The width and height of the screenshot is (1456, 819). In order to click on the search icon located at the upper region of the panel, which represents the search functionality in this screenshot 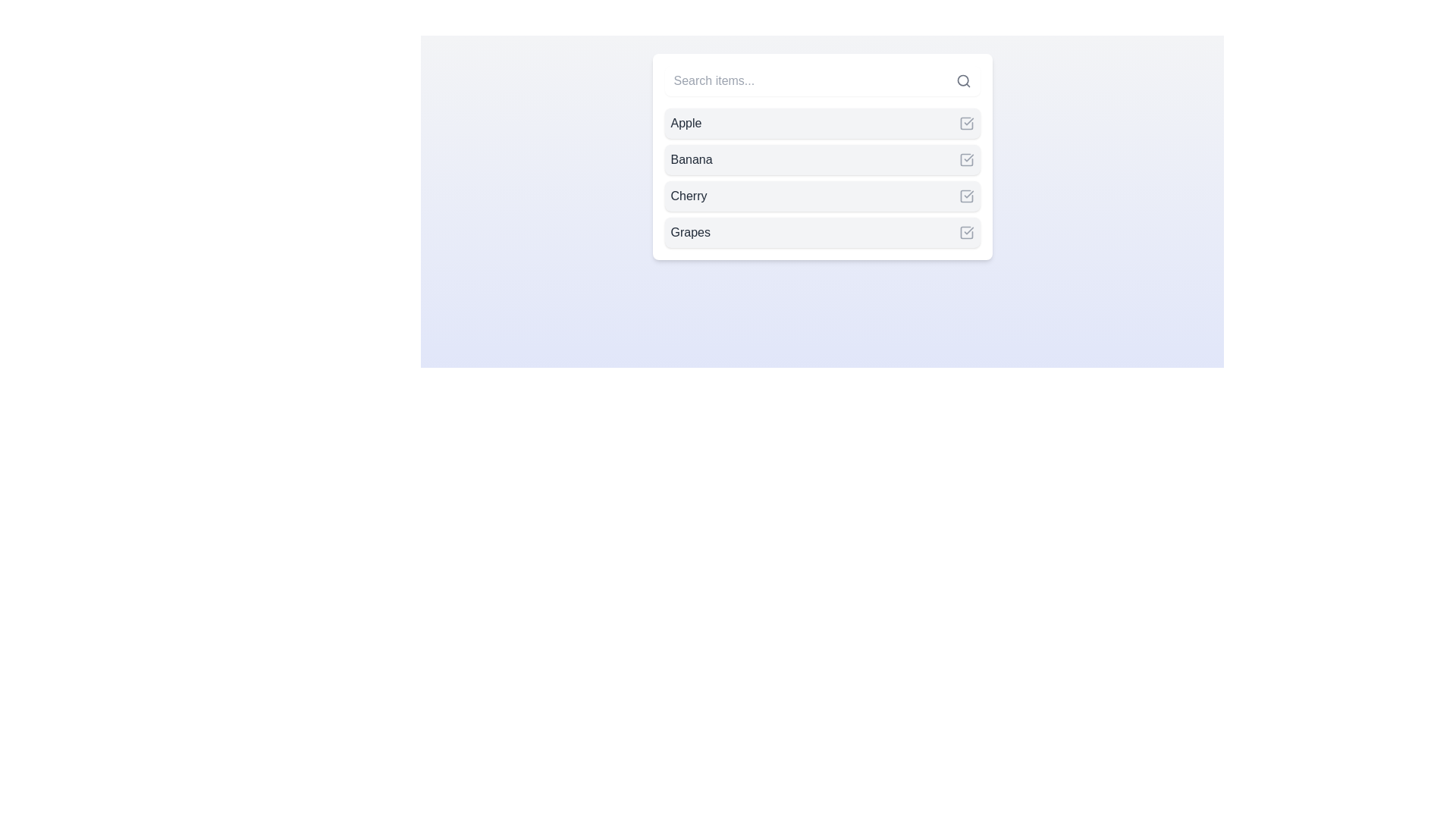, I will do `click(962, 81)`.